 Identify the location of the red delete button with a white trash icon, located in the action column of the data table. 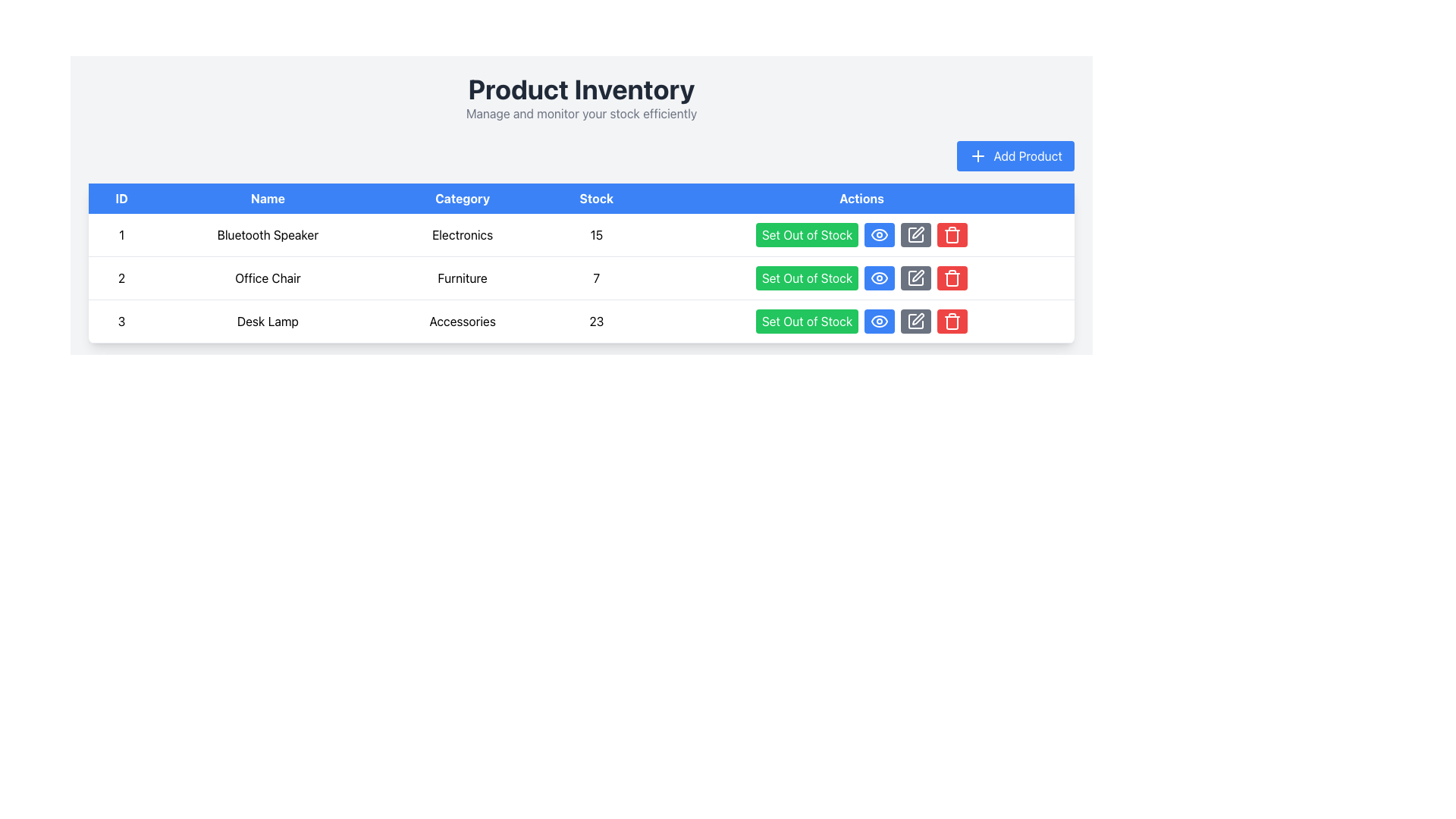
(952, 234).